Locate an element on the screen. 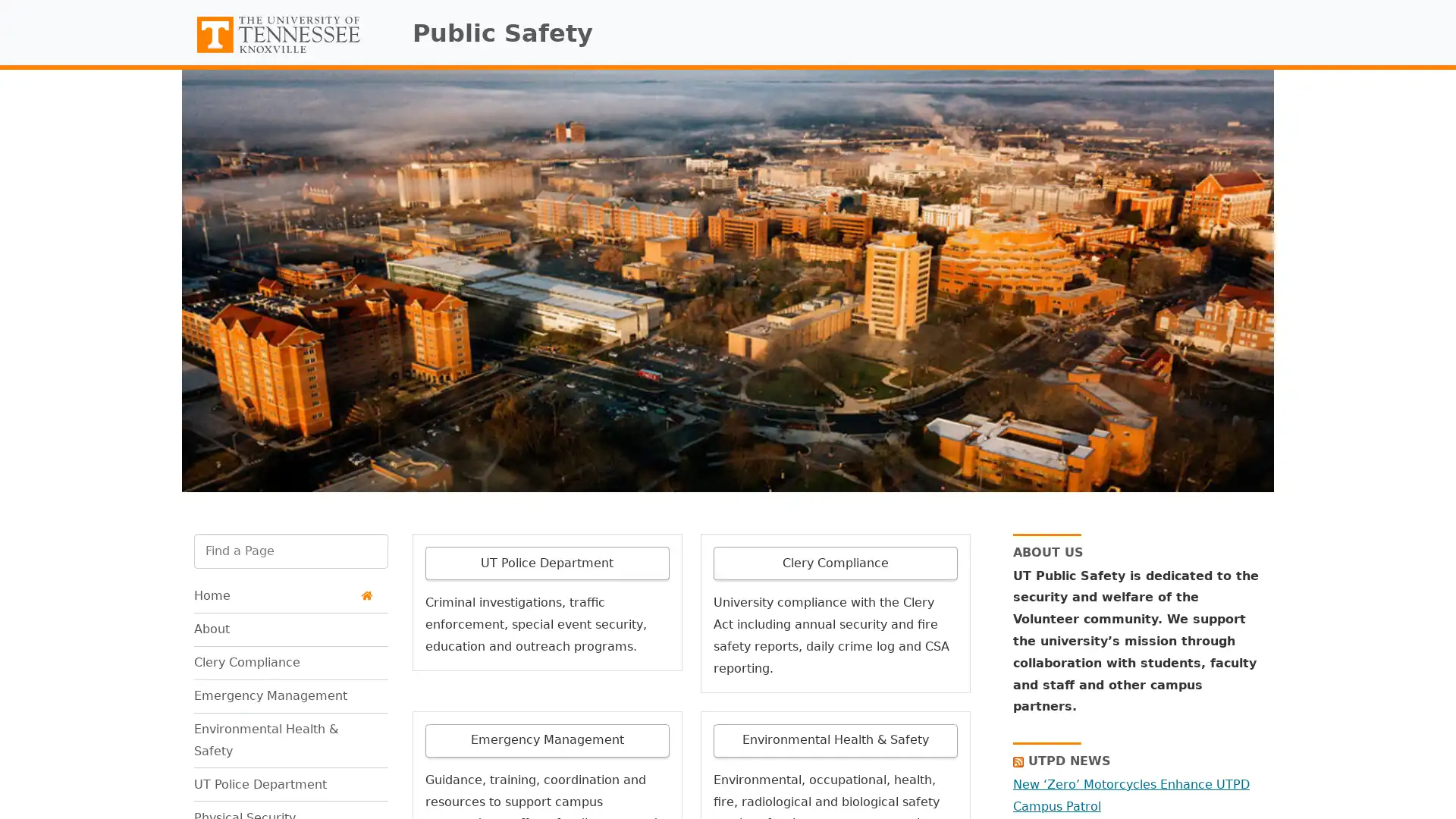  Home is located at coordinates (283, 595).